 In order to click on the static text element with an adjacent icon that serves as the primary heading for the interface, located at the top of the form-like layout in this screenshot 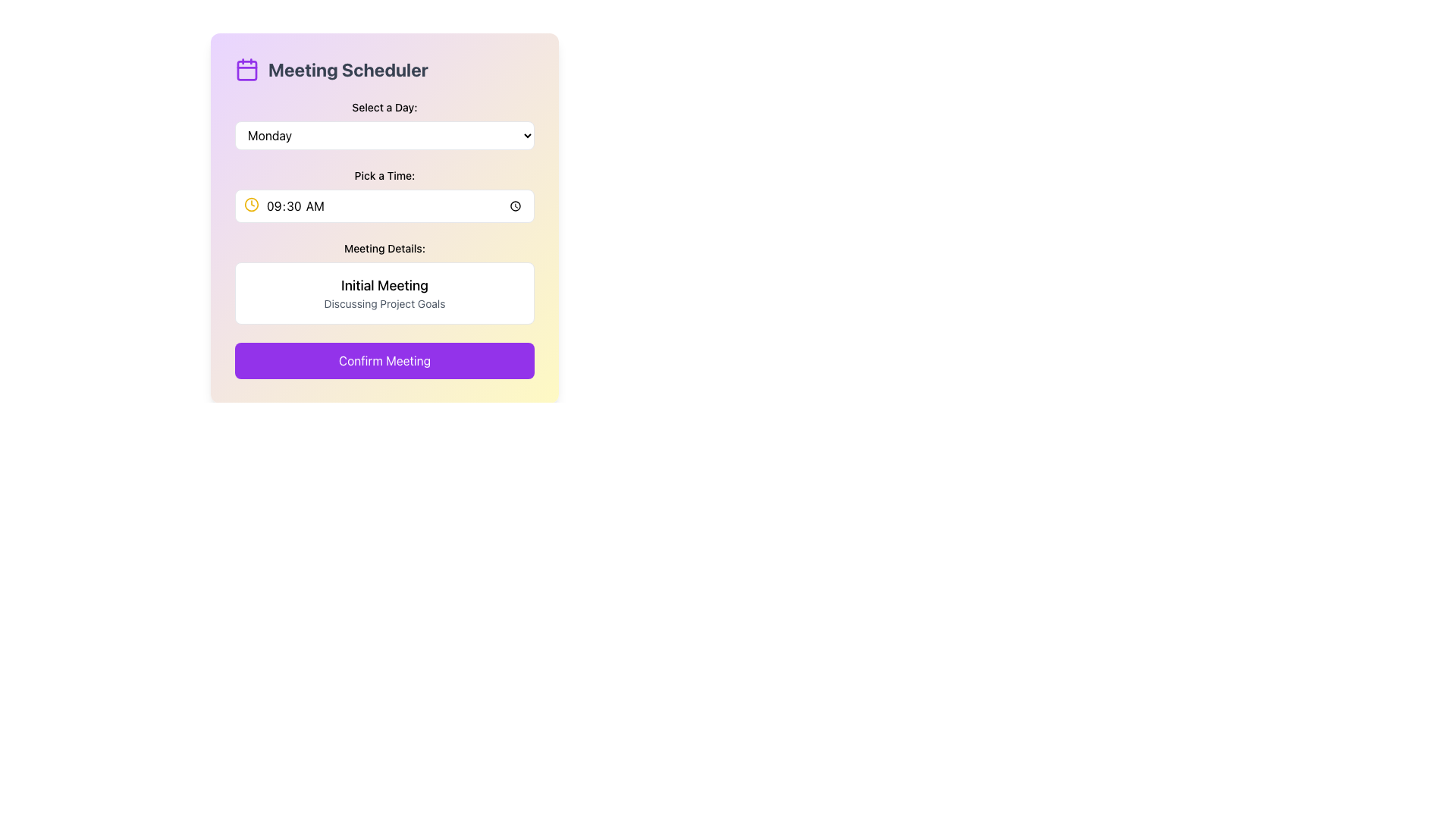, I will do `click(384, 70)`.